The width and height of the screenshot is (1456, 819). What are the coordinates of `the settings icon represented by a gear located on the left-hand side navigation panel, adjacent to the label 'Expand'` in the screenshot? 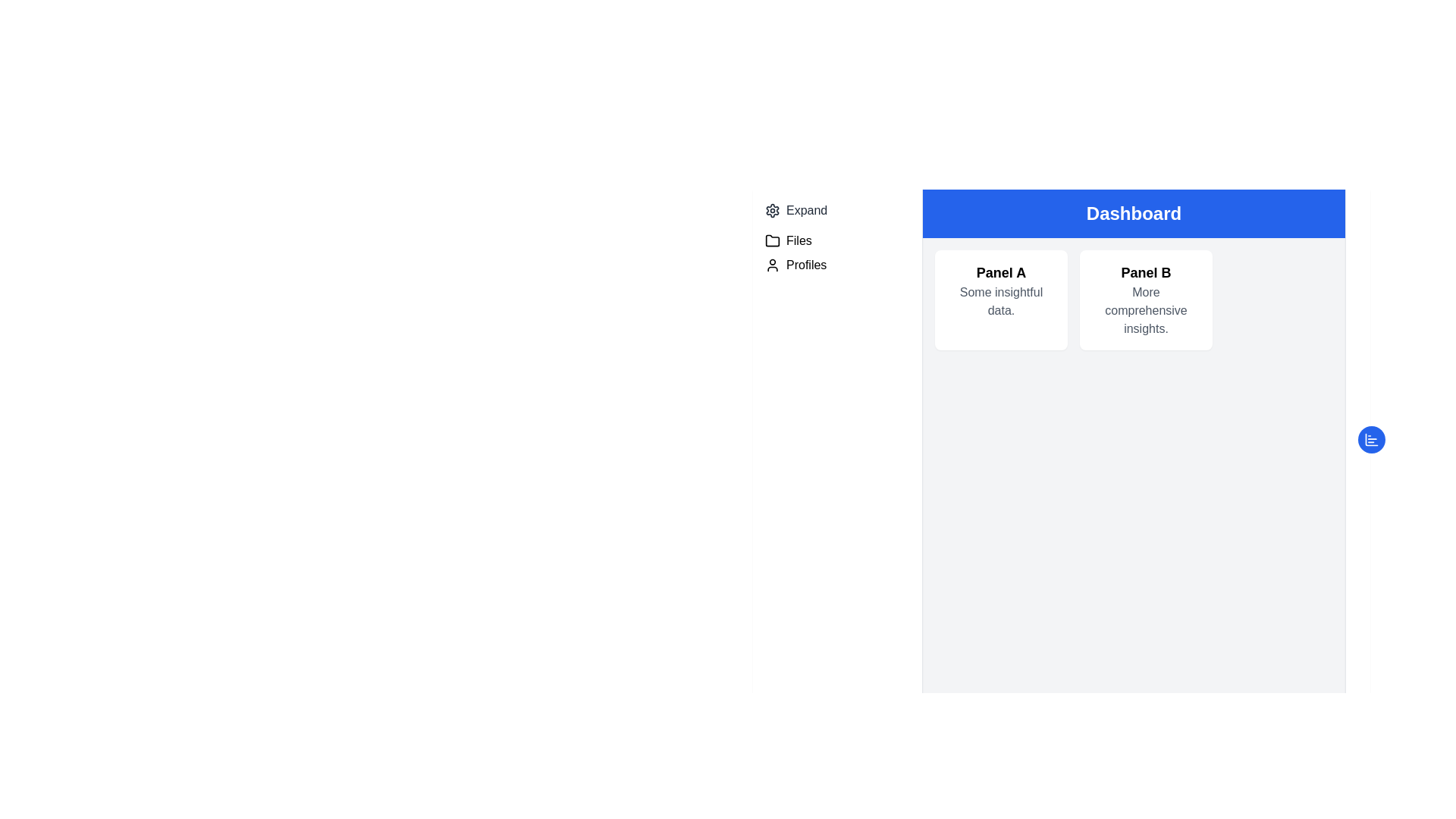 It's located at (772, 210).